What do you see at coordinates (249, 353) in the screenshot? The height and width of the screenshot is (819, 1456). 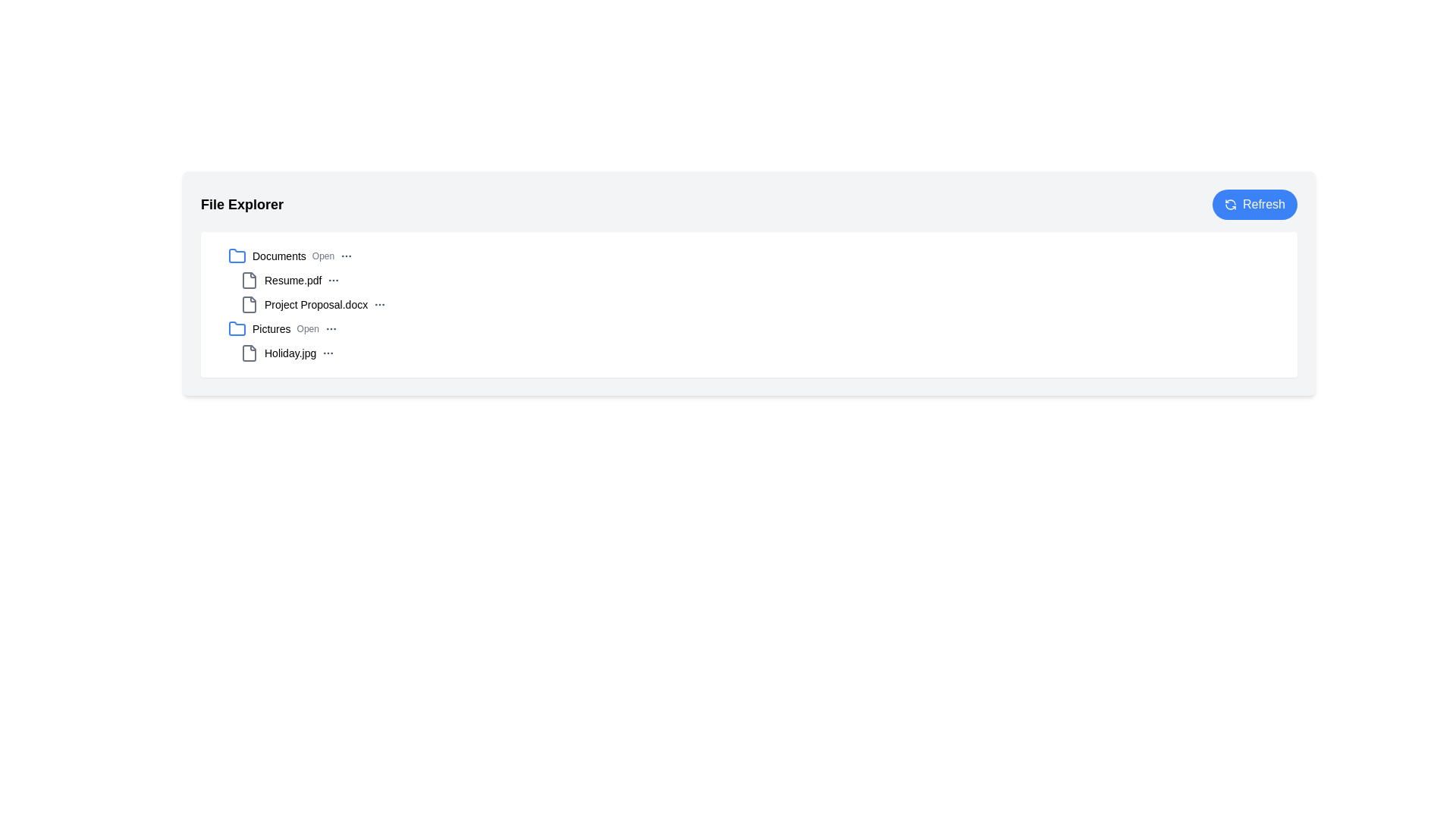 I see `the file icon representing 'Holiday.jpg'` at bounding box center [249, 353].